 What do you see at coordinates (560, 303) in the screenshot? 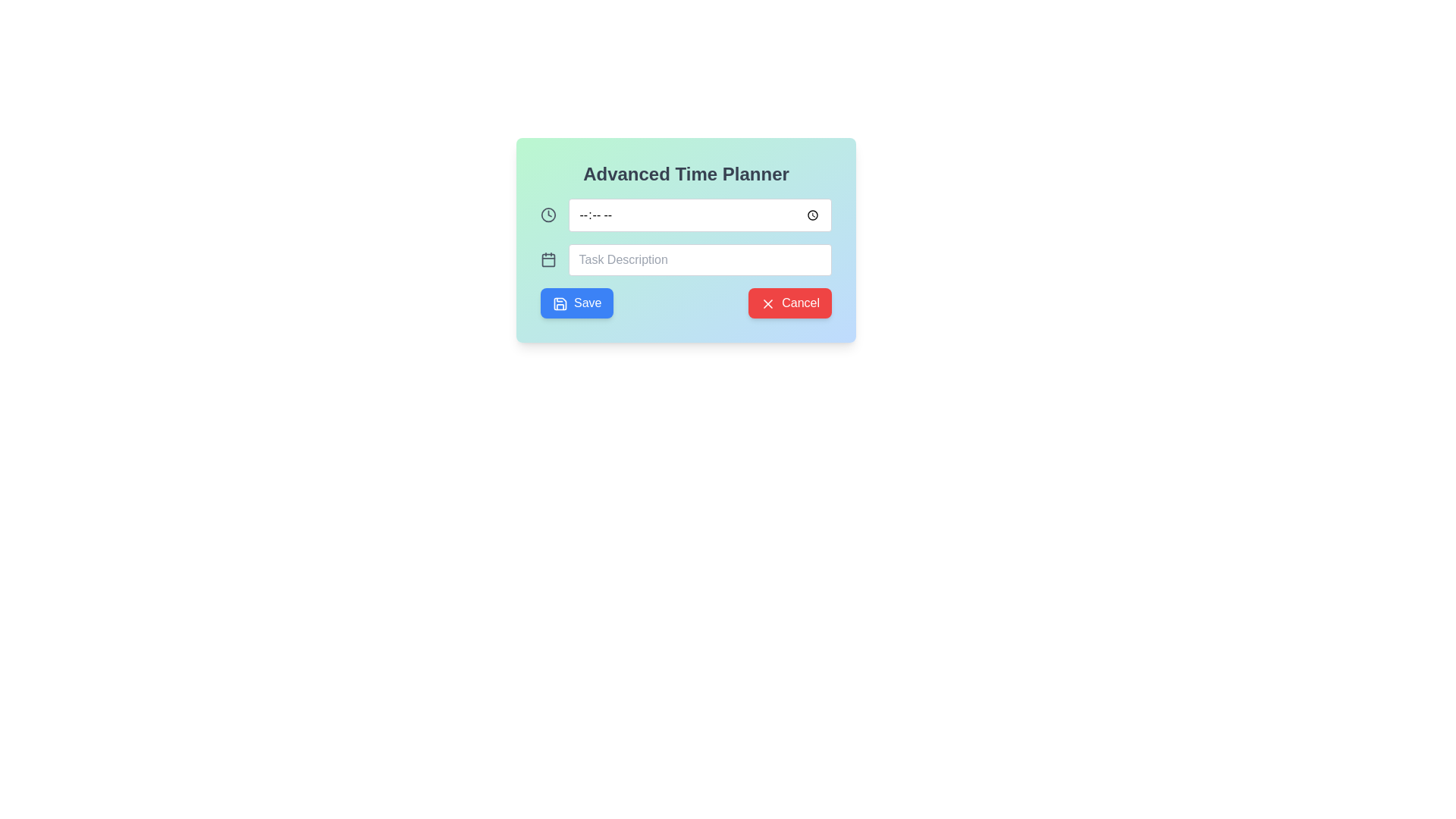
I see `the 'Save' button which includes the icon representing the 'Save' action, located at the lower-left of the interactive card interface` at bounding box center [560, 303].